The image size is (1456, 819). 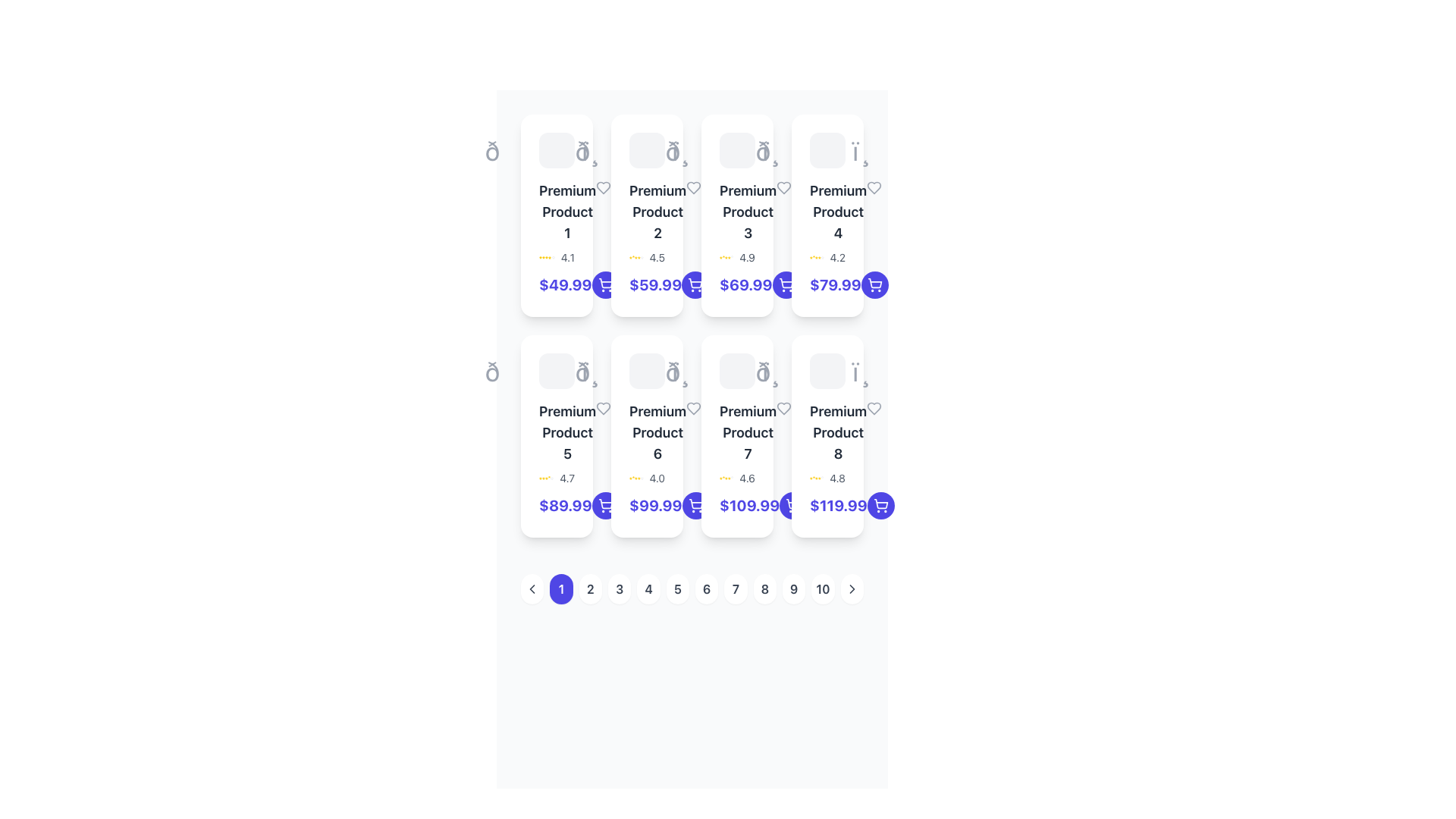 I want to click on price text displaying '$119.99' in bold indigo color located in the rightmost card of the bottom row, just above the shopping cart button, so click(x=837, y=506).